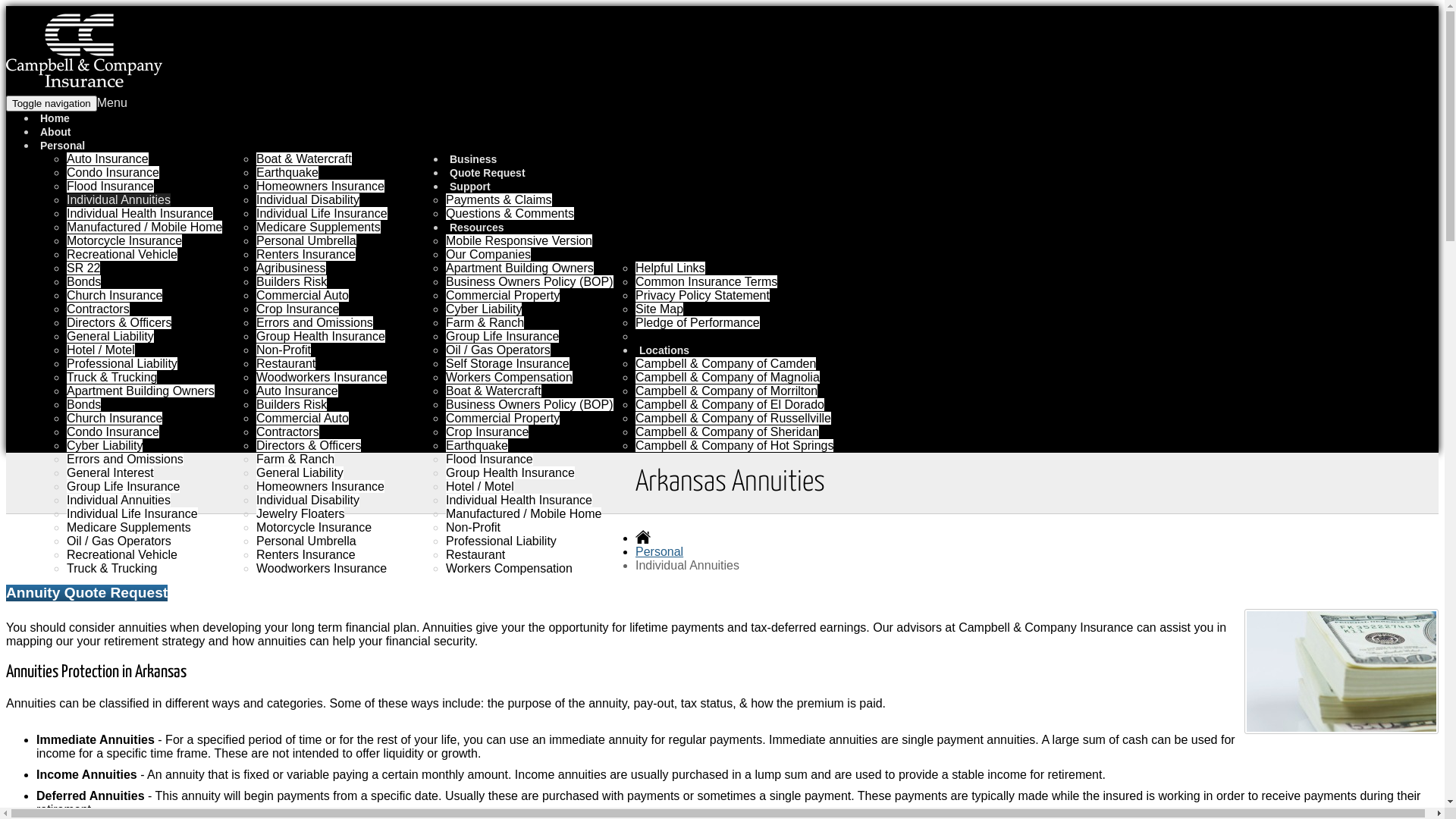 This screenshot has height=819, width=1456. I want to click on 'Campbell & Company of El Dorado', so click(730, 403).